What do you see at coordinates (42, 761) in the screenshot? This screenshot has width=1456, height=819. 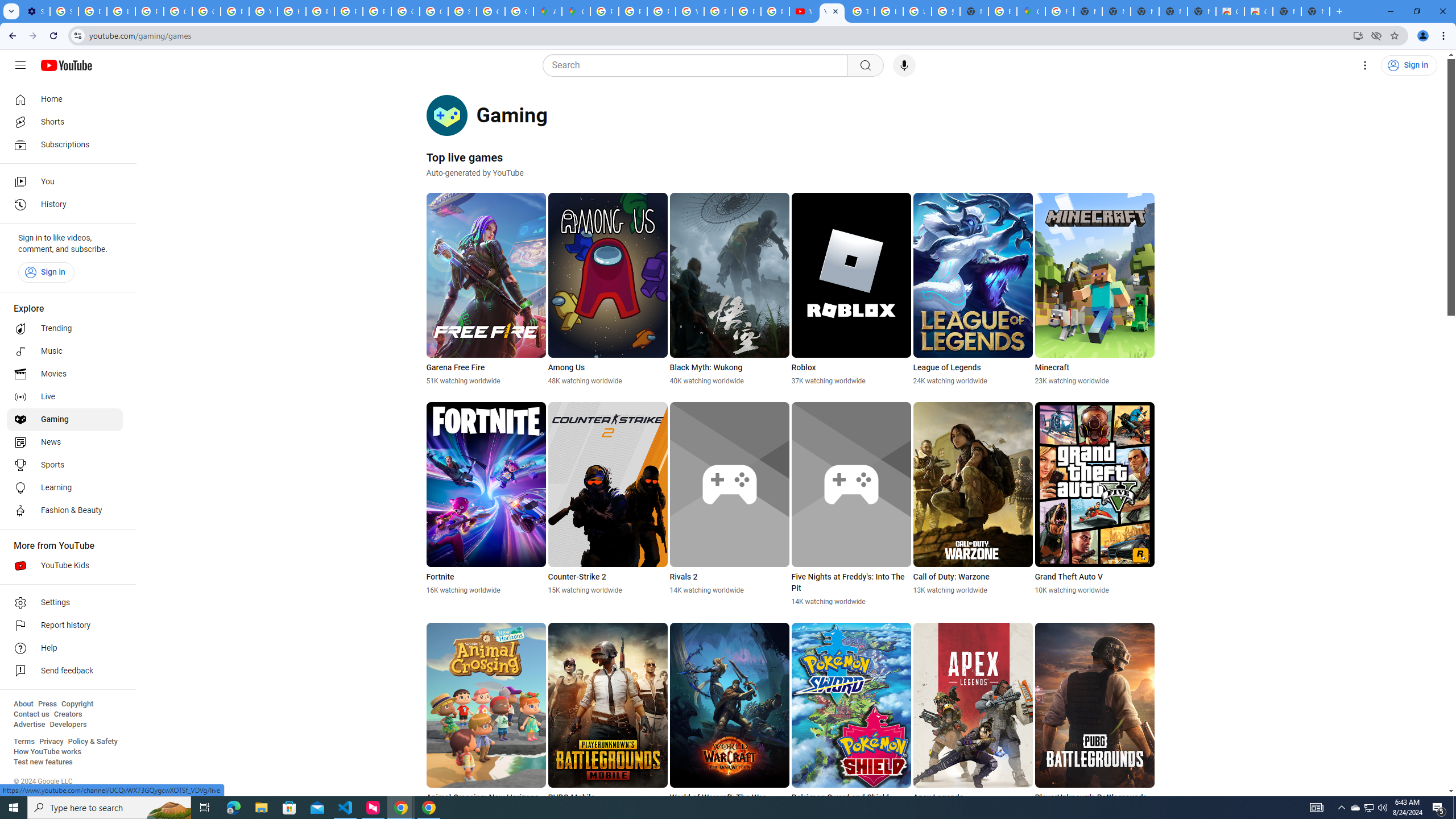 I see `'Test new features'` at bounding box center [42, 761].